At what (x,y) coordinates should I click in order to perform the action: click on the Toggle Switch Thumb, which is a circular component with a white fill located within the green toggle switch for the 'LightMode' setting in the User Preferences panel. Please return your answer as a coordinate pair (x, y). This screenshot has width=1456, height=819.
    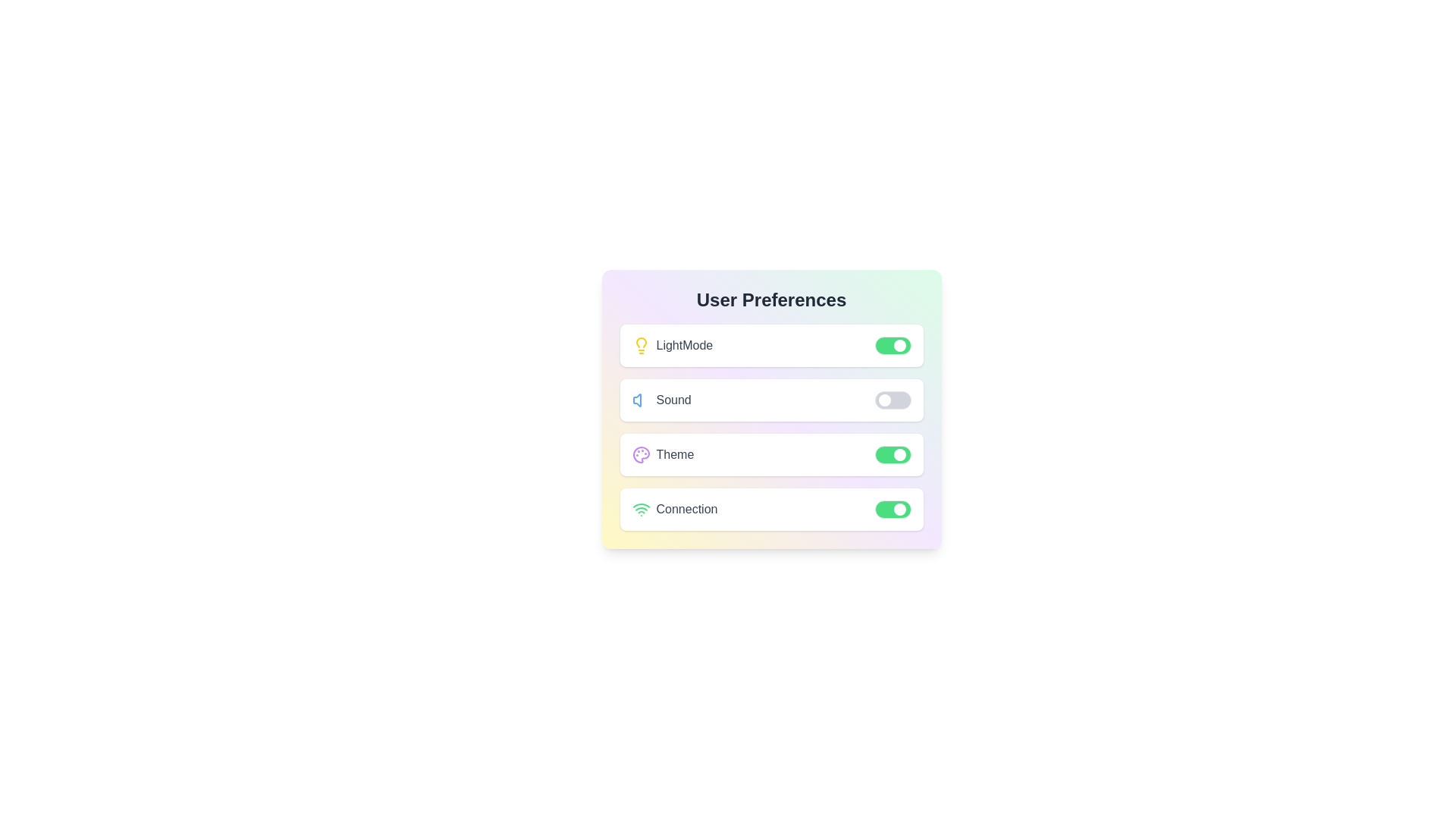
    Looking at the image, I should click on (899, 345).